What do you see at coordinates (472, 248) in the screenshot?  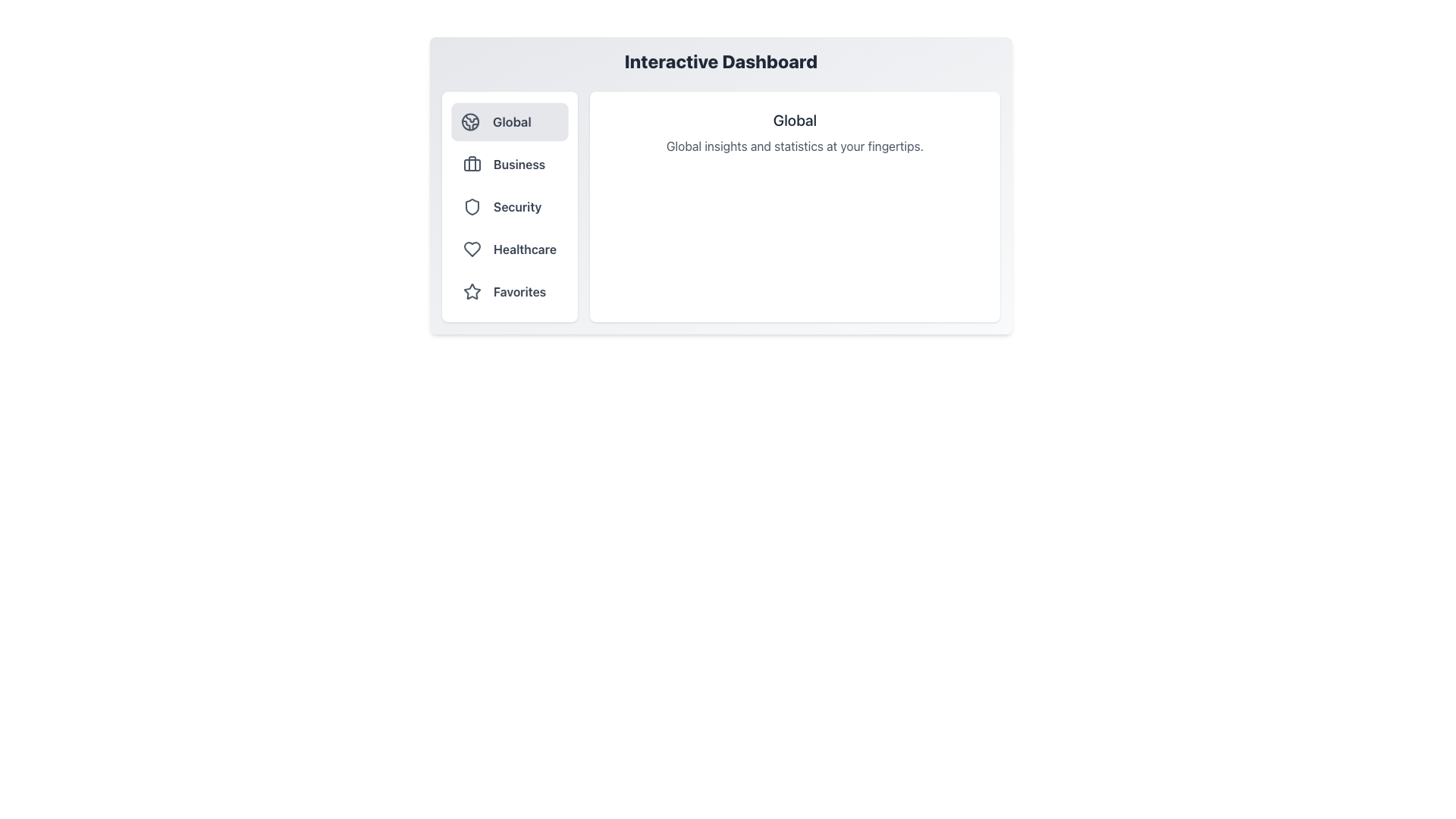 I see `the heart icon representing 'Healthcare', located fourth in the vertical list of menu items on the left sidebar, positioned between the shield icon and the star icon` at bounding box center [472, 248].